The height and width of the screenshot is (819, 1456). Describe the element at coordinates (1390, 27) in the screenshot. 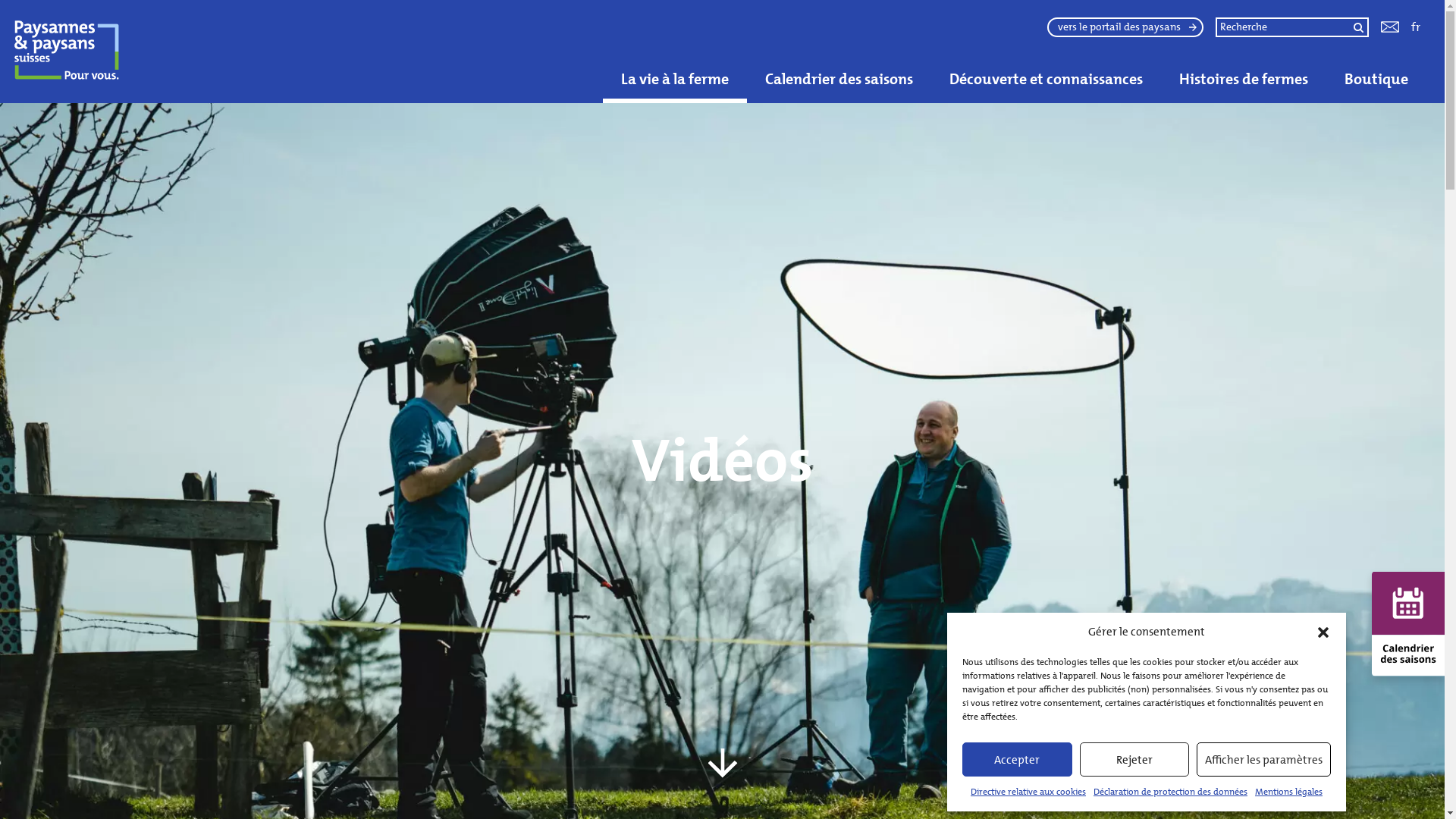

I see `'Kontakt'` at that location.